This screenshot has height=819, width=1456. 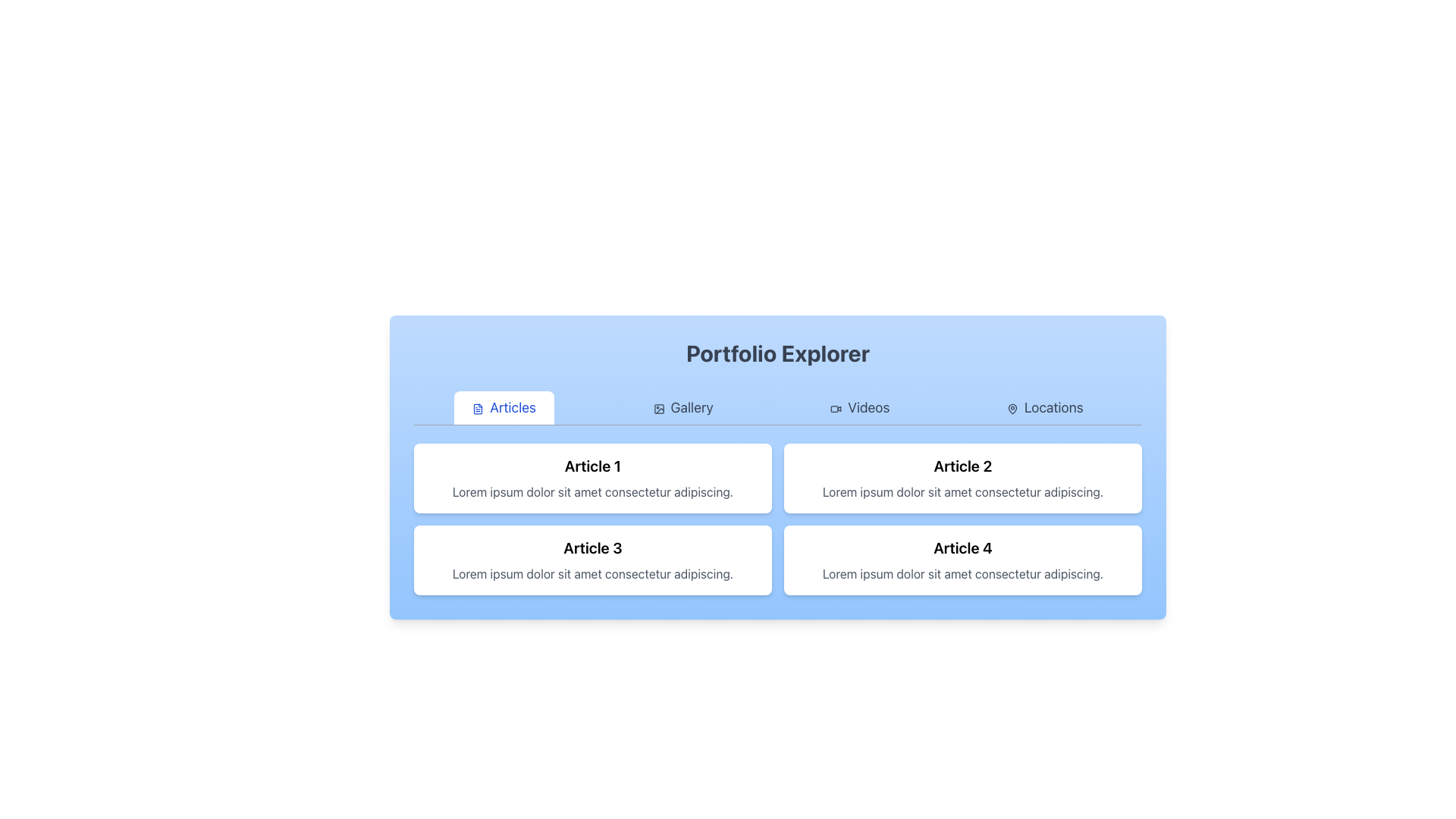 I want to click on the 'Videos' navigation tab in the horizontal navigation bar to switch to the Videos section of the application, so click(x=860, y=406).